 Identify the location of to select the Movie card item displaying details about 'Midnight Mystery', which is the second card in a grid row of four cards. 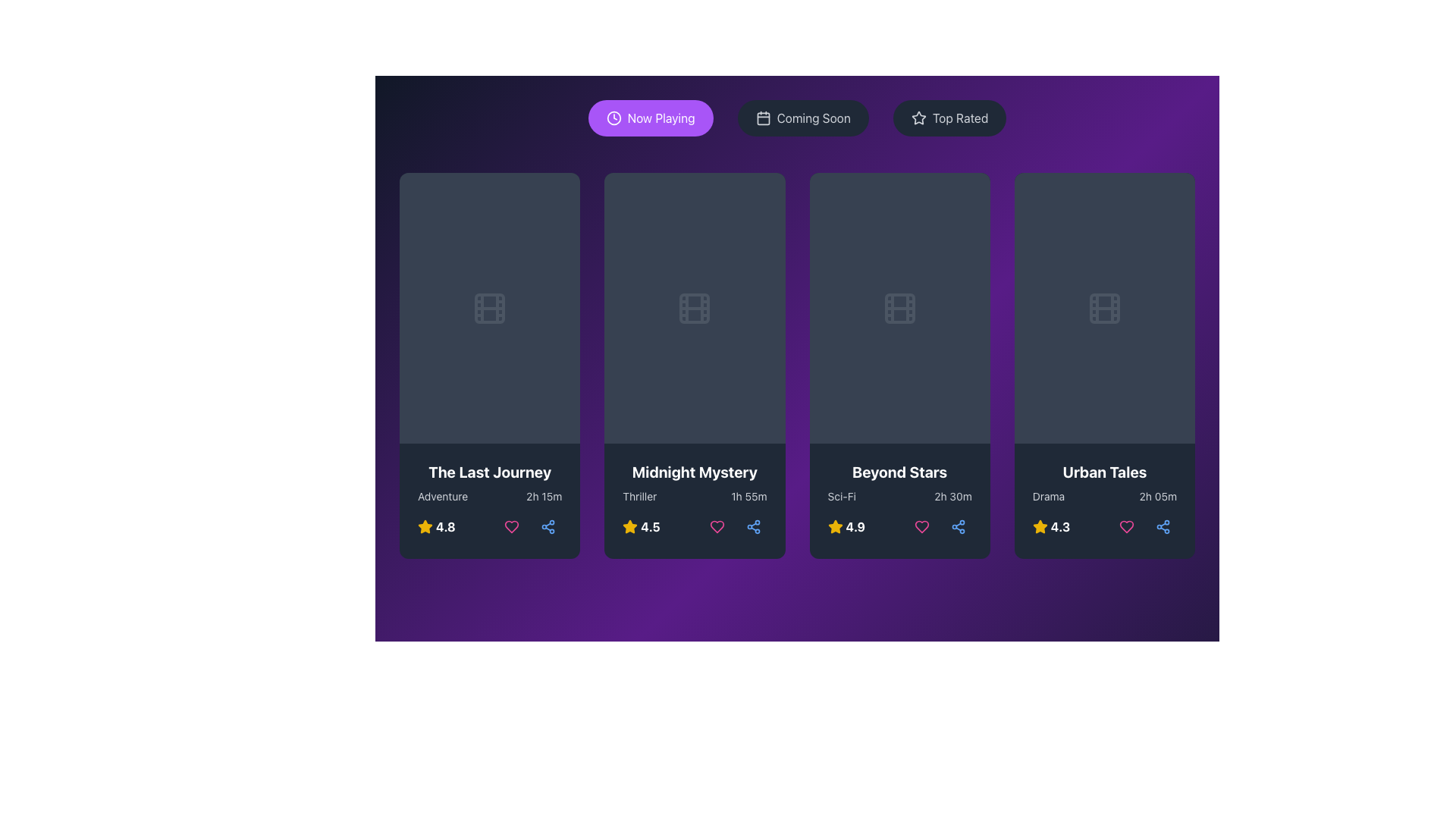
(694, 366).